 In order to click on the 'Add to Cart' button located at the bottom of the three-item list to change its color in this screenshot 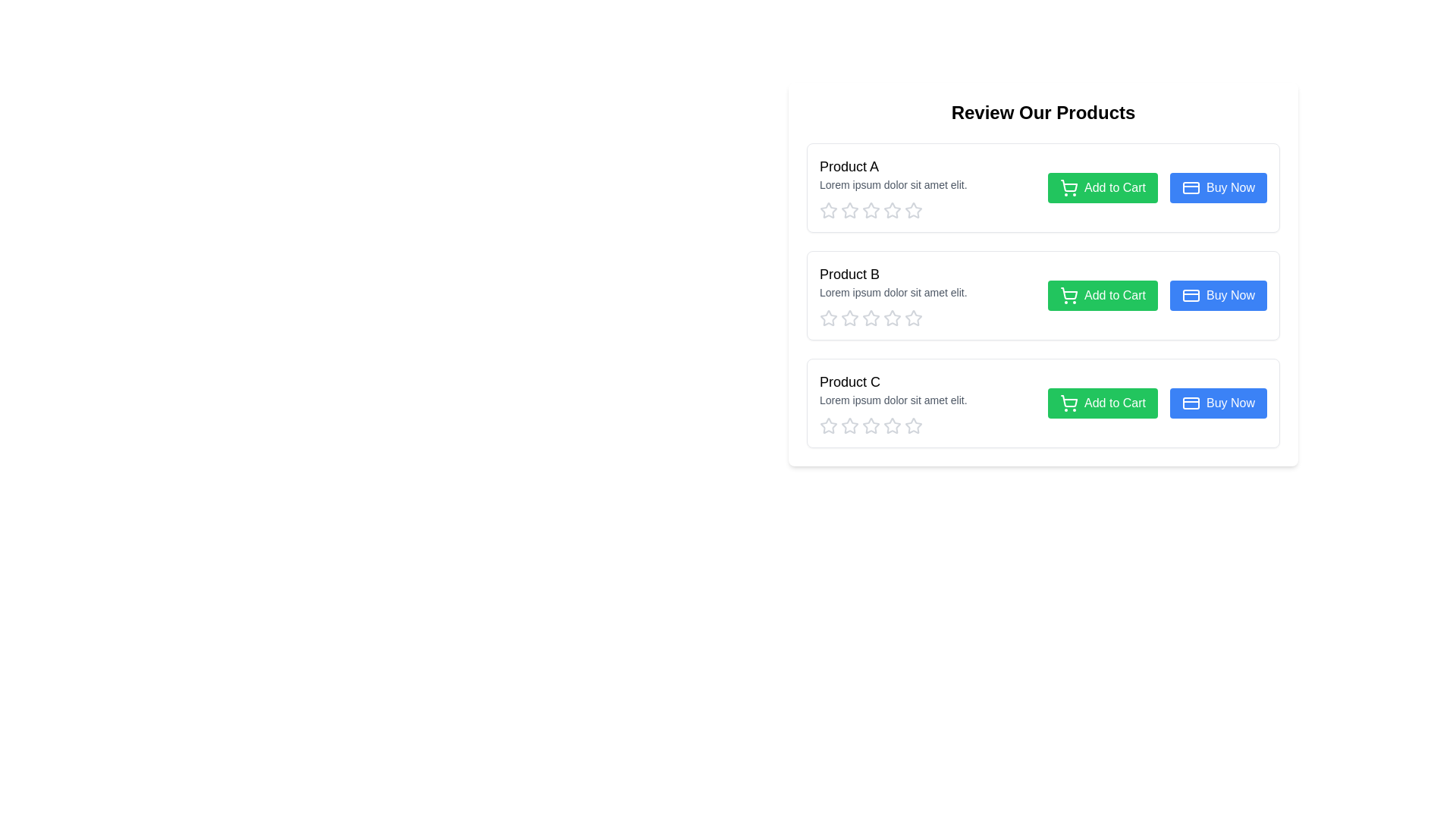, I will do `click(1103, 403)`.